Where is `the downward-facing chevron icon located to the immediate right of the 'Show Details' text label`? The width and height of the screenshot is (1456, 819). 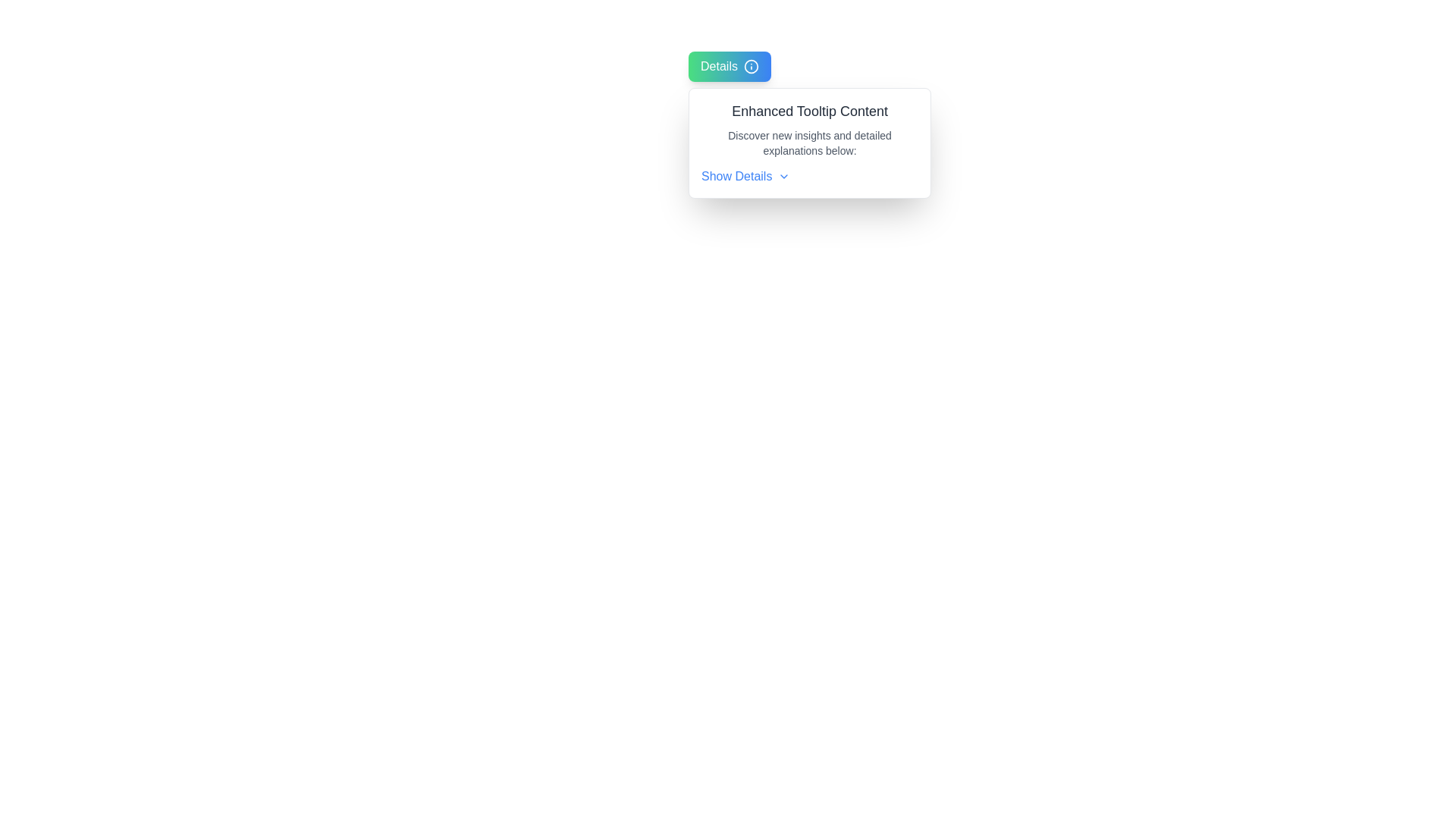 the downward-facing chevron icon located to the immediate right of the 'Show Details' text label is located at coordinates (783, 175).